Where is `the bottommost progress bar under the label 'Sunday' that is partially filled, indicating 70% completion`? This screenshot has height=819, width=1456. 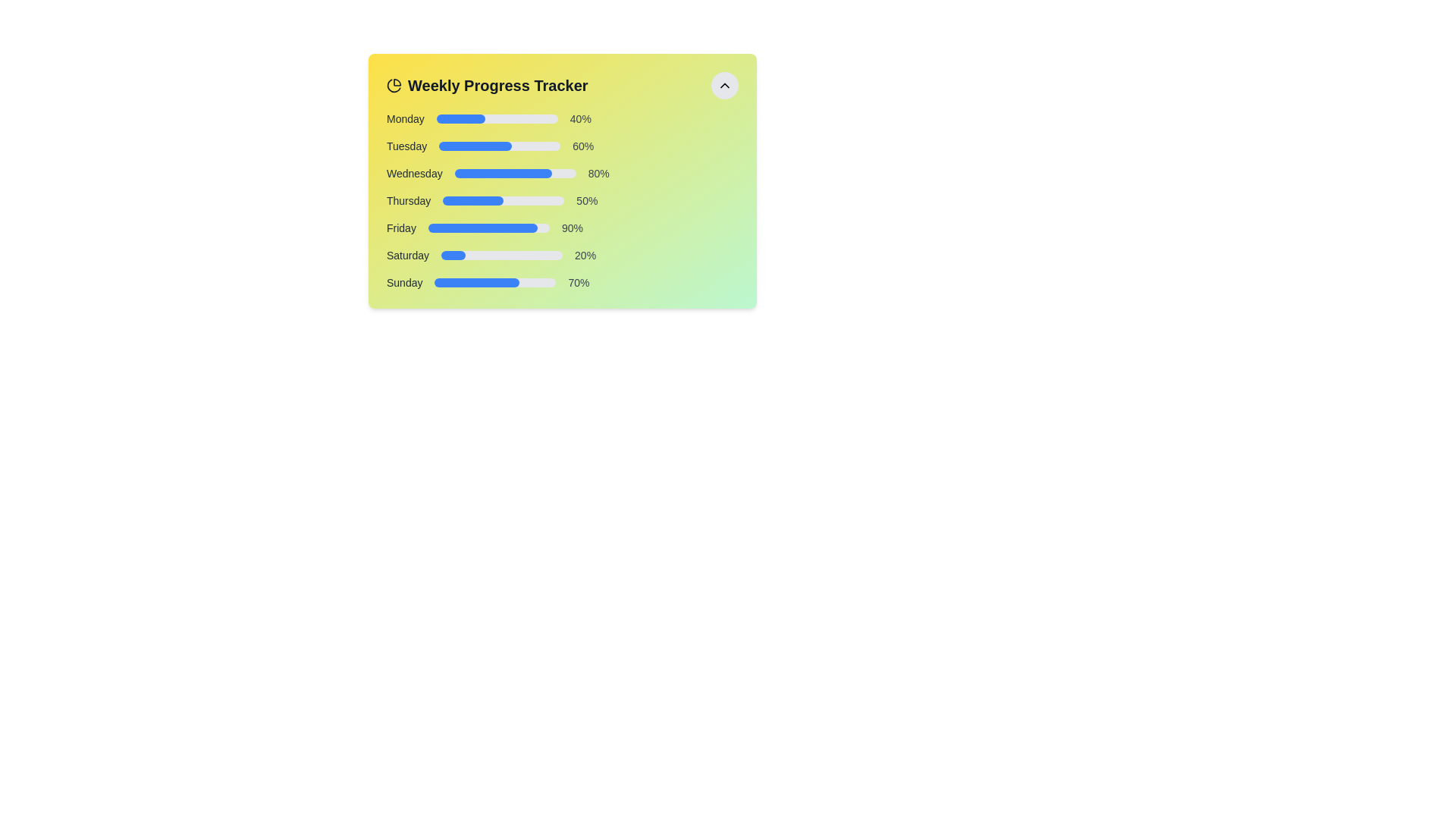
the bottommost progress bar under the label 'Sunday' that is partially filled, indicating 70% completion is located at coordinates (495, 283).